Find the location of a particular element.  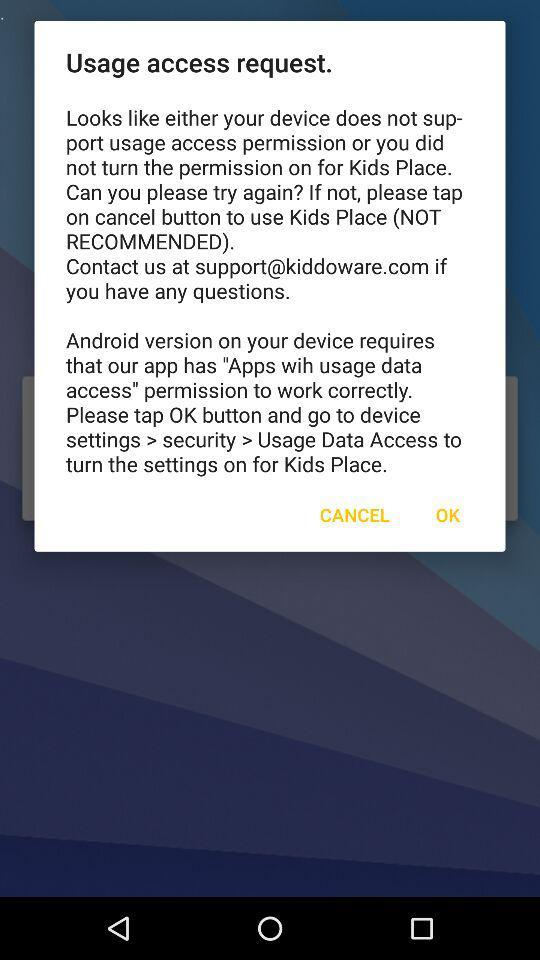

cancel is located at coordinates (353, 513).